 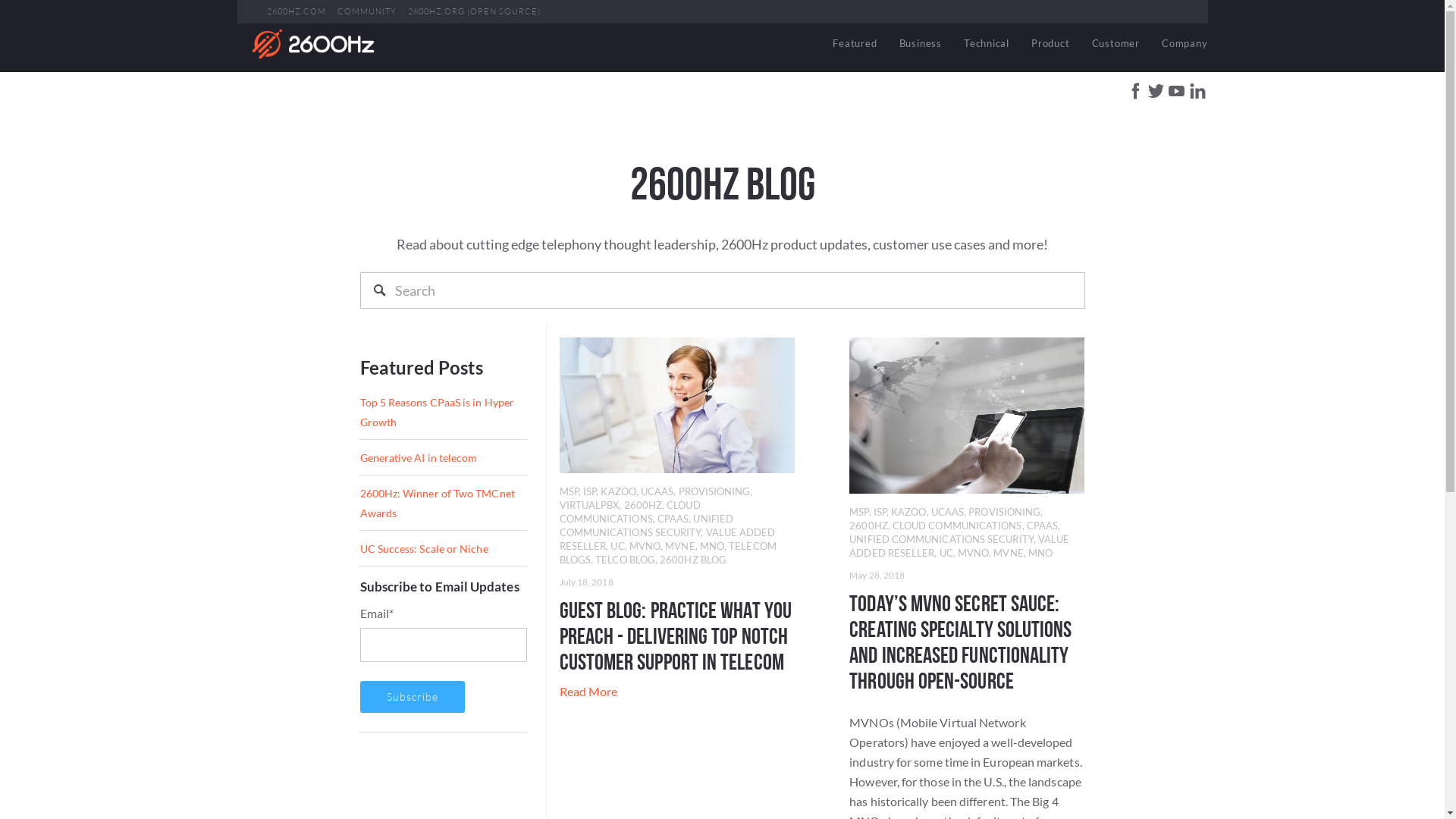 What do you see at coordinates (667, 553) in the screenshot?
I see `'TELECOM BLOGS'` at bounding box center [667, 553].